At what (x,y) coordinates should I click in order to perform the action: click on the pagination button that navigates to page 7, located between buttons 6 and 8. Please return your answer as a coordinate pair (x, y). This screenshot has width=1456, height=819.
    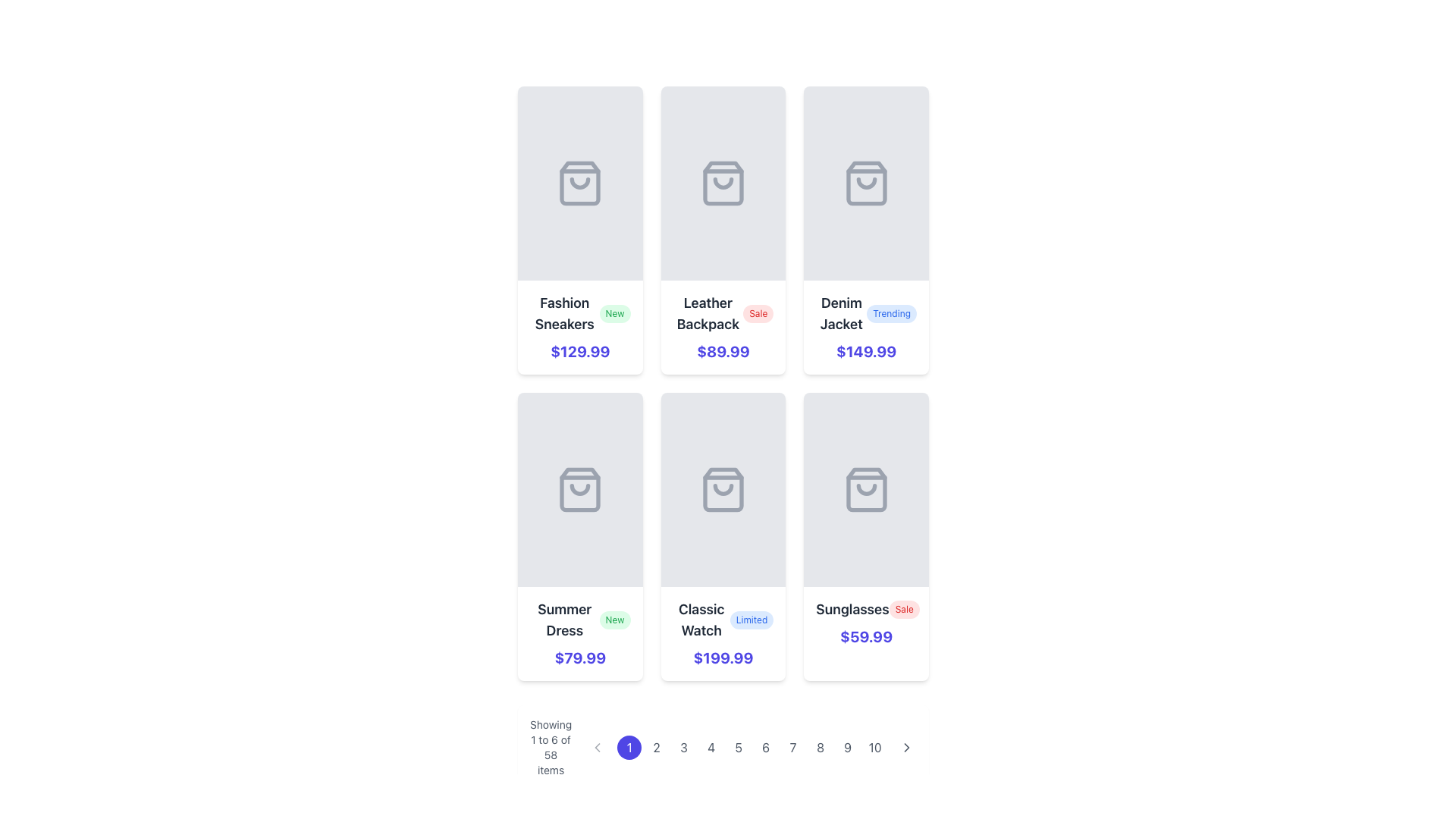
    Looking at the image, I should click on (792, 747).